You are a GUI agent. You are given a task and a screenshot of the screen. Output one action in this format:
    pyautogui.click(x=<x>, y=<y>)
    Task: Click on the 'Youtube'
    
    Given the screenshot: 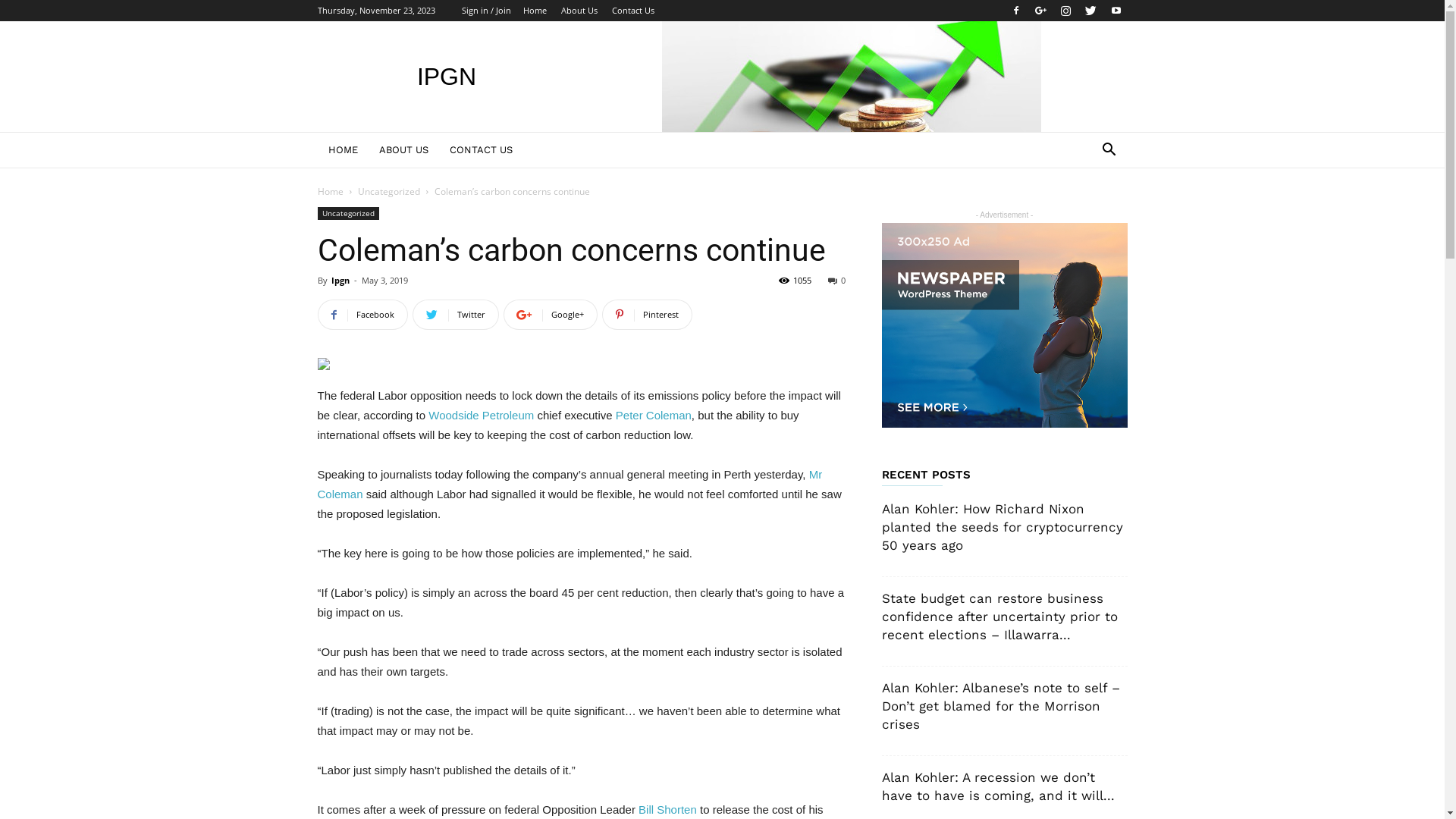 What is the action you would take?
    pyautogui.click(x=1115, y=11)
    